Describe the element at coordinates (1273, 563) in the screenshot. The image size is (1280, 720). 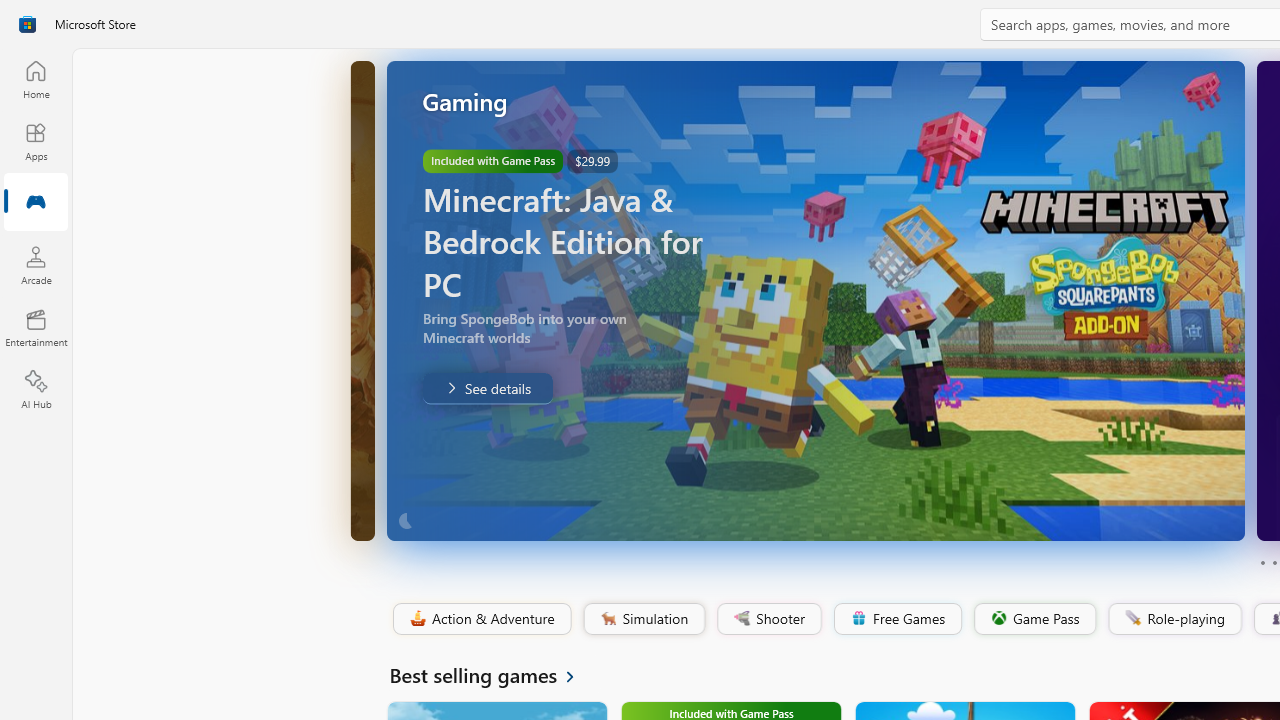
I see `'Page 2'` at that location.